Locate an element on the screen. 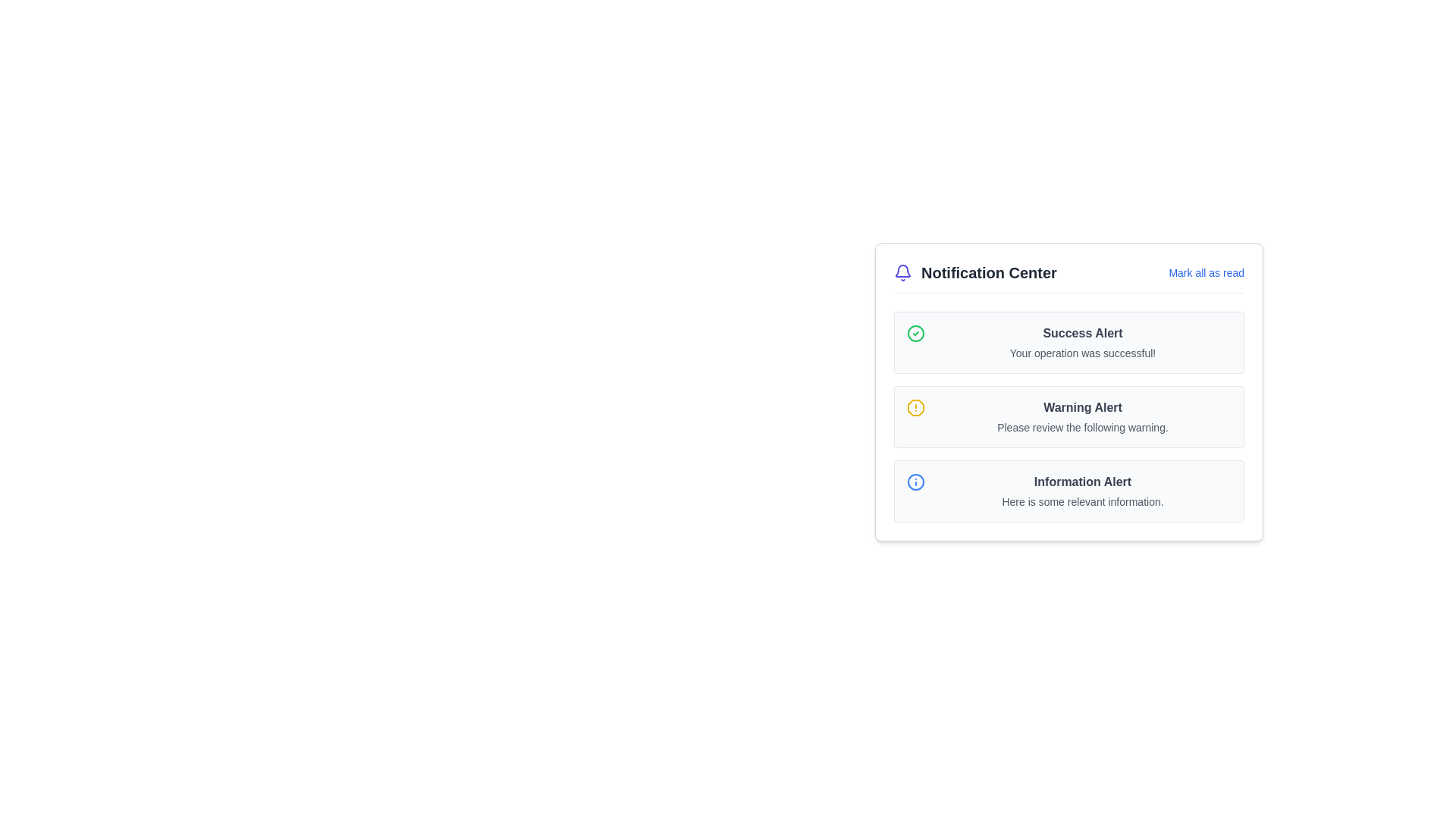 This screenshot has width=1456, height=819. the circular icon with a blue border and a white background, which is part of the 'Information Alert' row in the 'Notification Center' panel is located at coordinates (915, 482).